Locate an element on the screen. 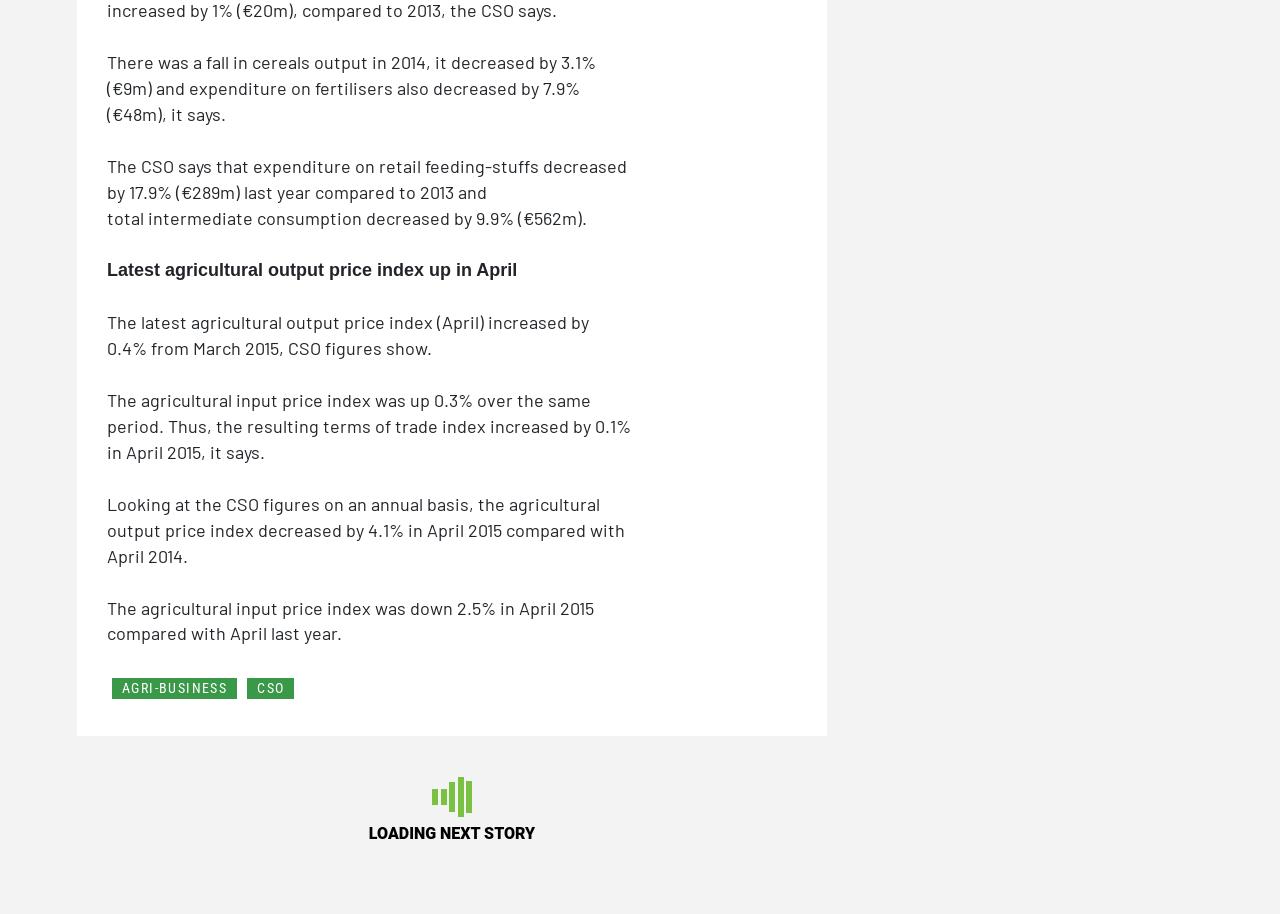  'The latest agricultural output price index (April) increased by 0.4% from March 2015, CSO figures show.' is located at coordinates (348, 333).